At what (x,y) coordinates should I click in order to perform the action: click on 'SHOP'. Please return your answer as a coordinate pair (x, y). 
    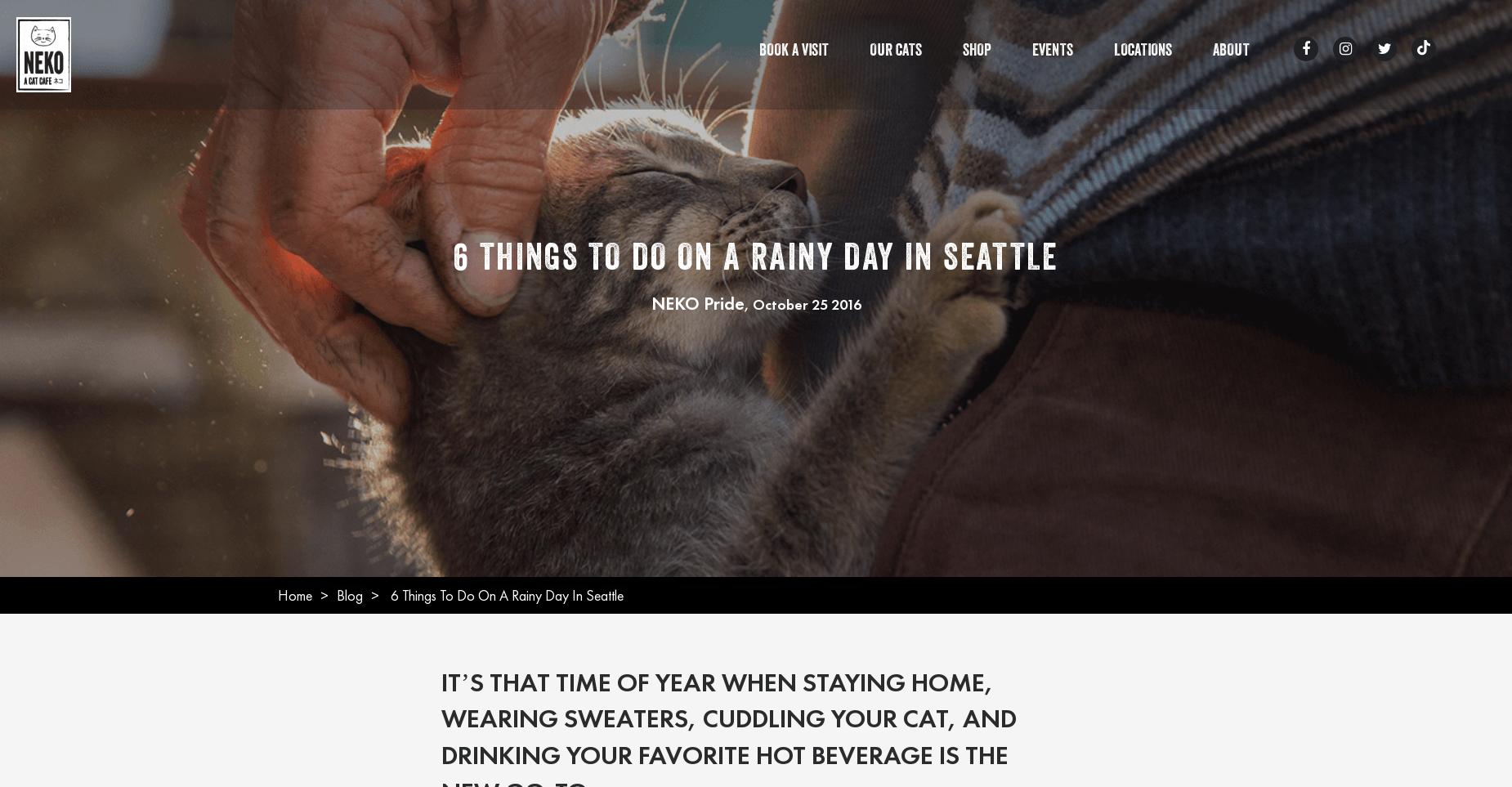
    Looking at the image, I should click on (976, 52).